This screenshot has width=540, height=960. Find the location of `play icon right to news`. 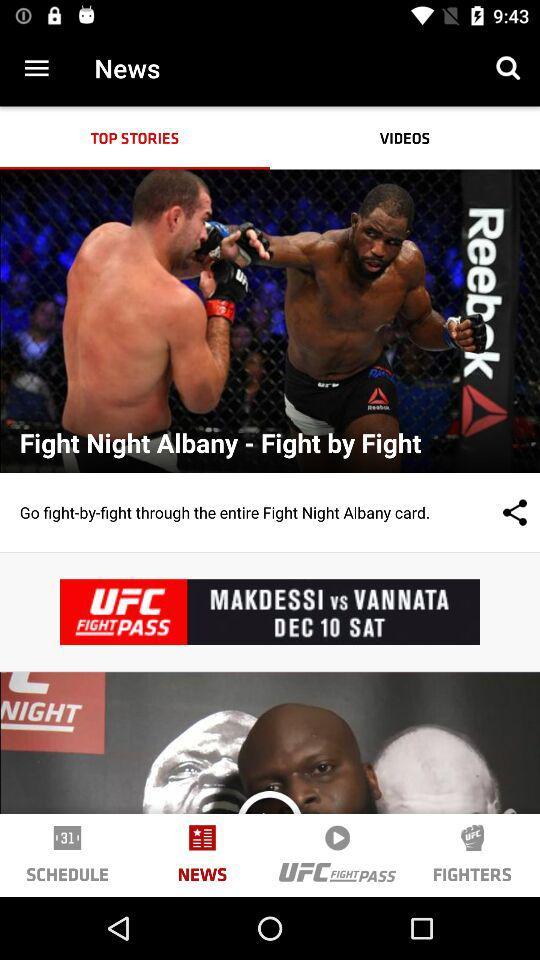

play icon right to news is located at coordinates (337, 837).